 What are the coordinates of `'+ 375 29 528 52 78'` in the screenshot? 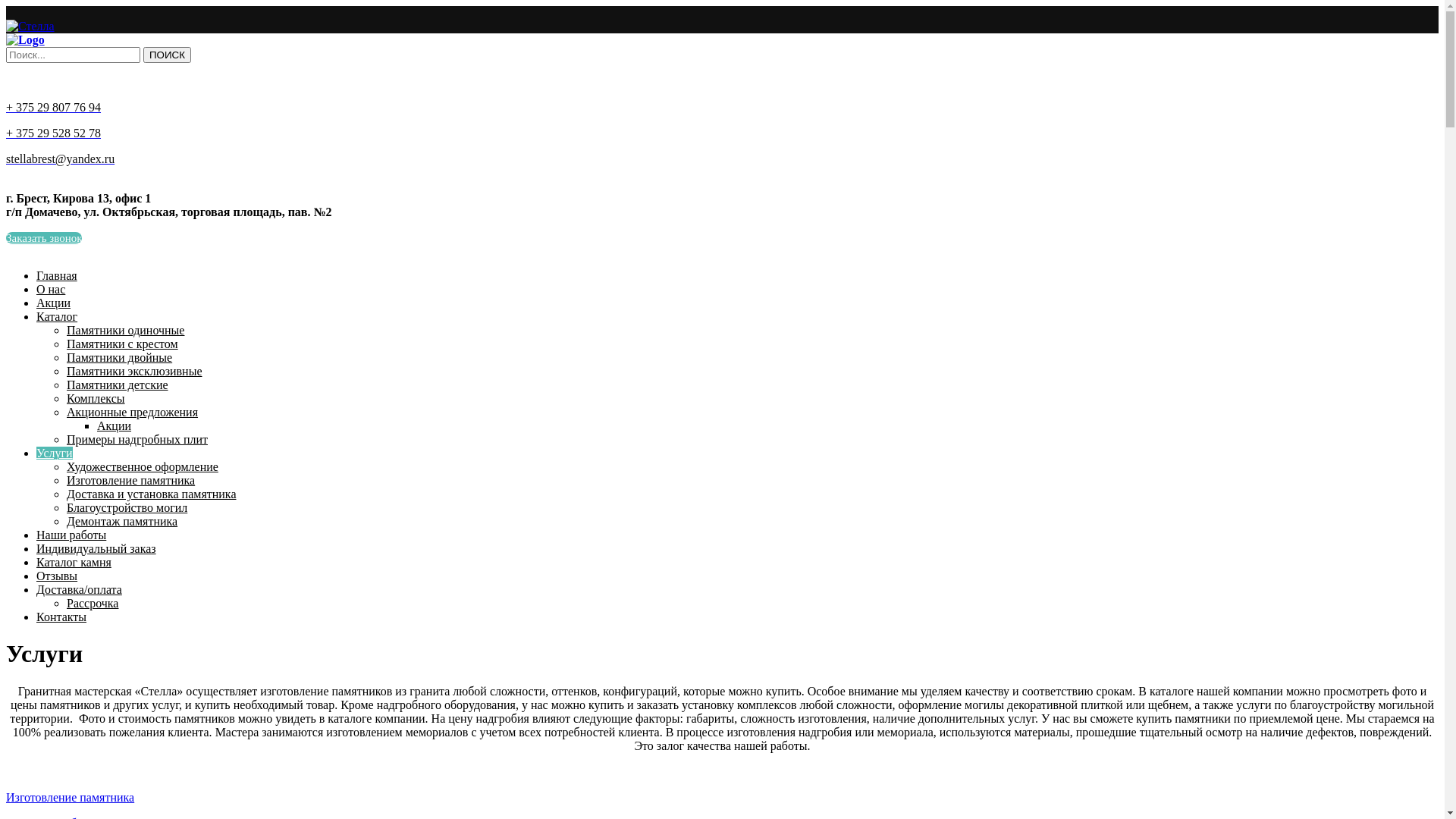 It's located at (6, 132).